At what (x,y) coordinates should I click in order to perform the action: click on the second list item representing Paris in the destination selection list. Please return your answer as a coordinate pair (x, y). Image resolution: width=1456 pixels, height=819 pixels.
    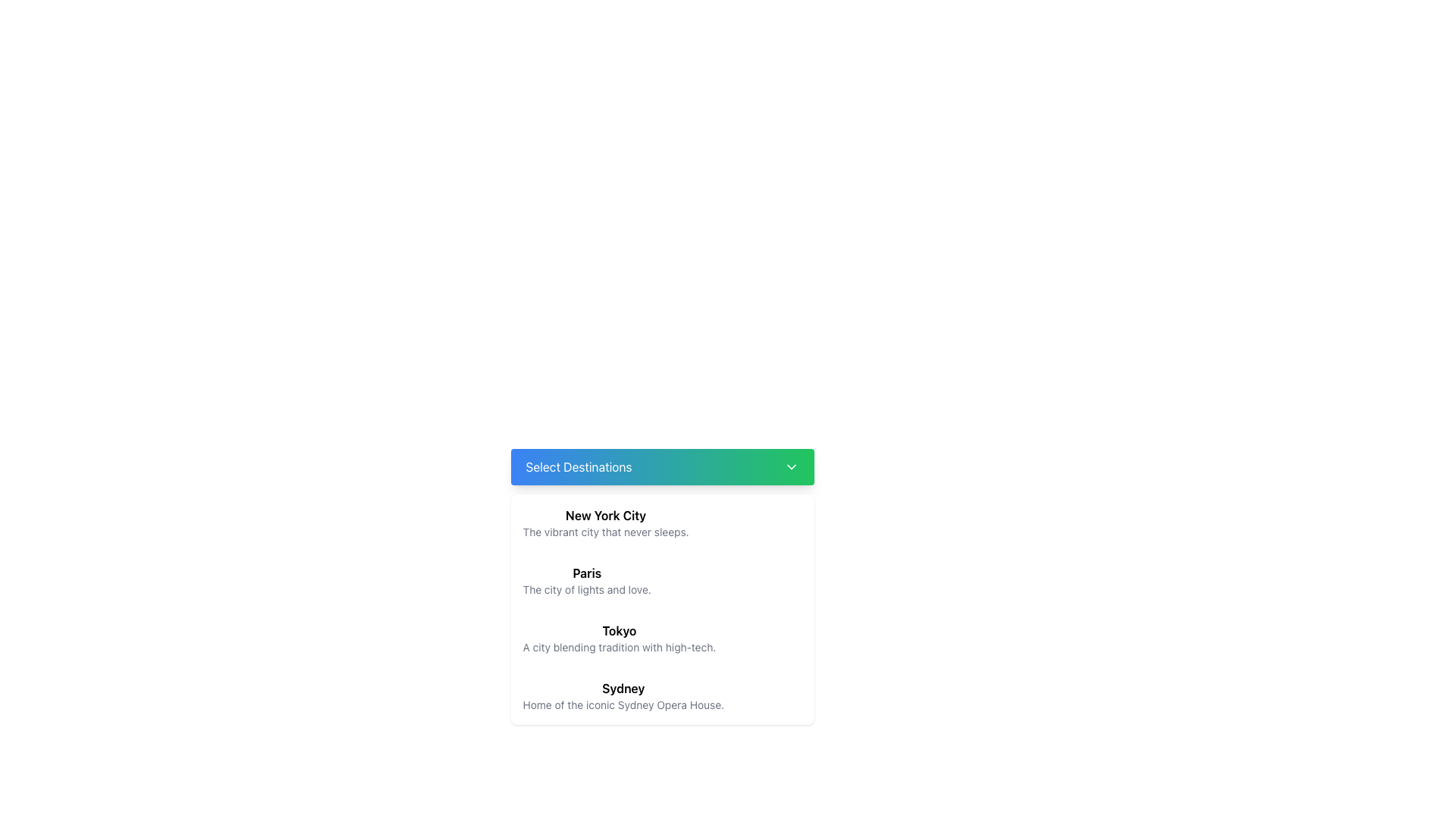
    Looking at the image, I should click on (586, 580).